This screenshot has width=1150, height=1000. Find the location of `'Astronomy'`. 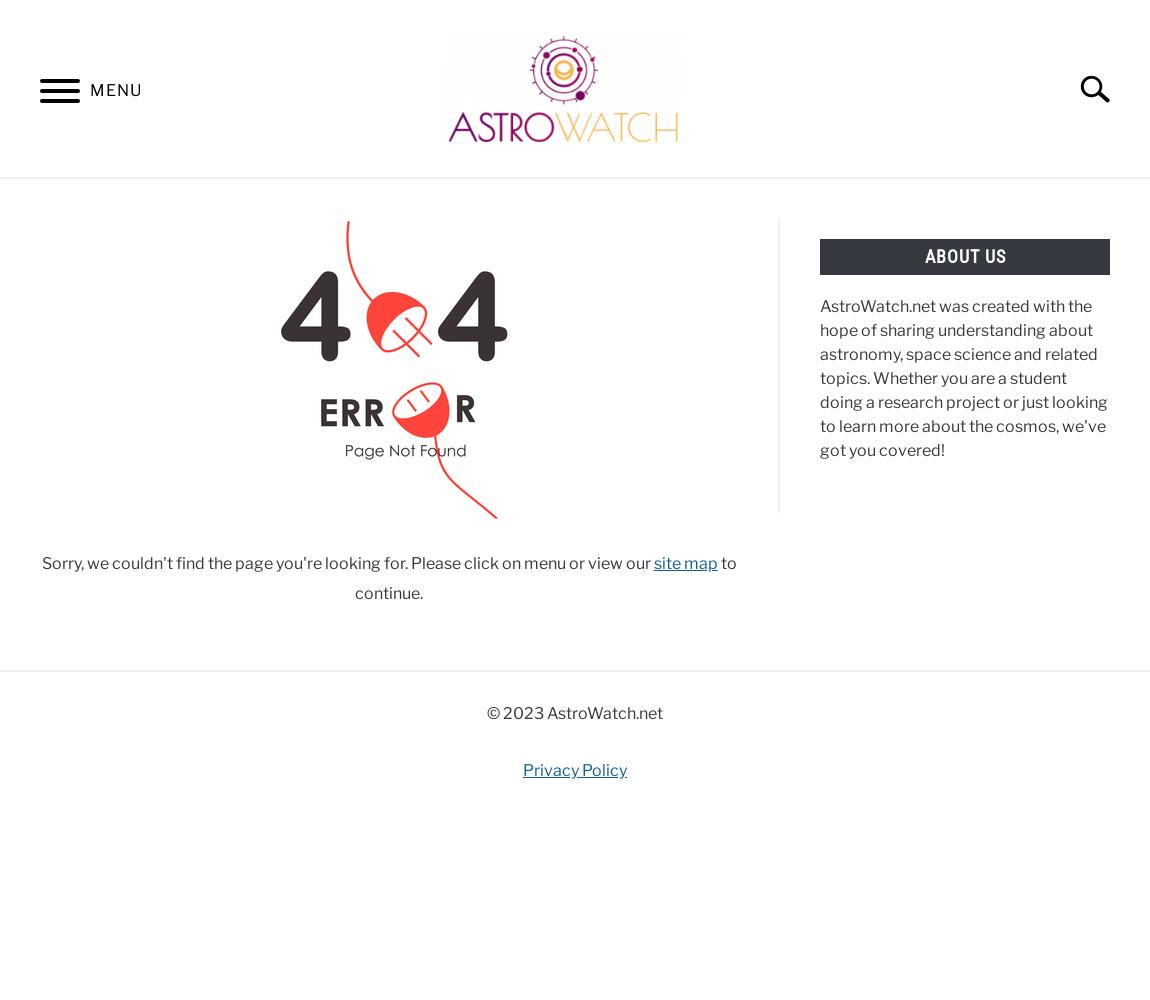

'Astronomy' is located at coordinates (66, 200).